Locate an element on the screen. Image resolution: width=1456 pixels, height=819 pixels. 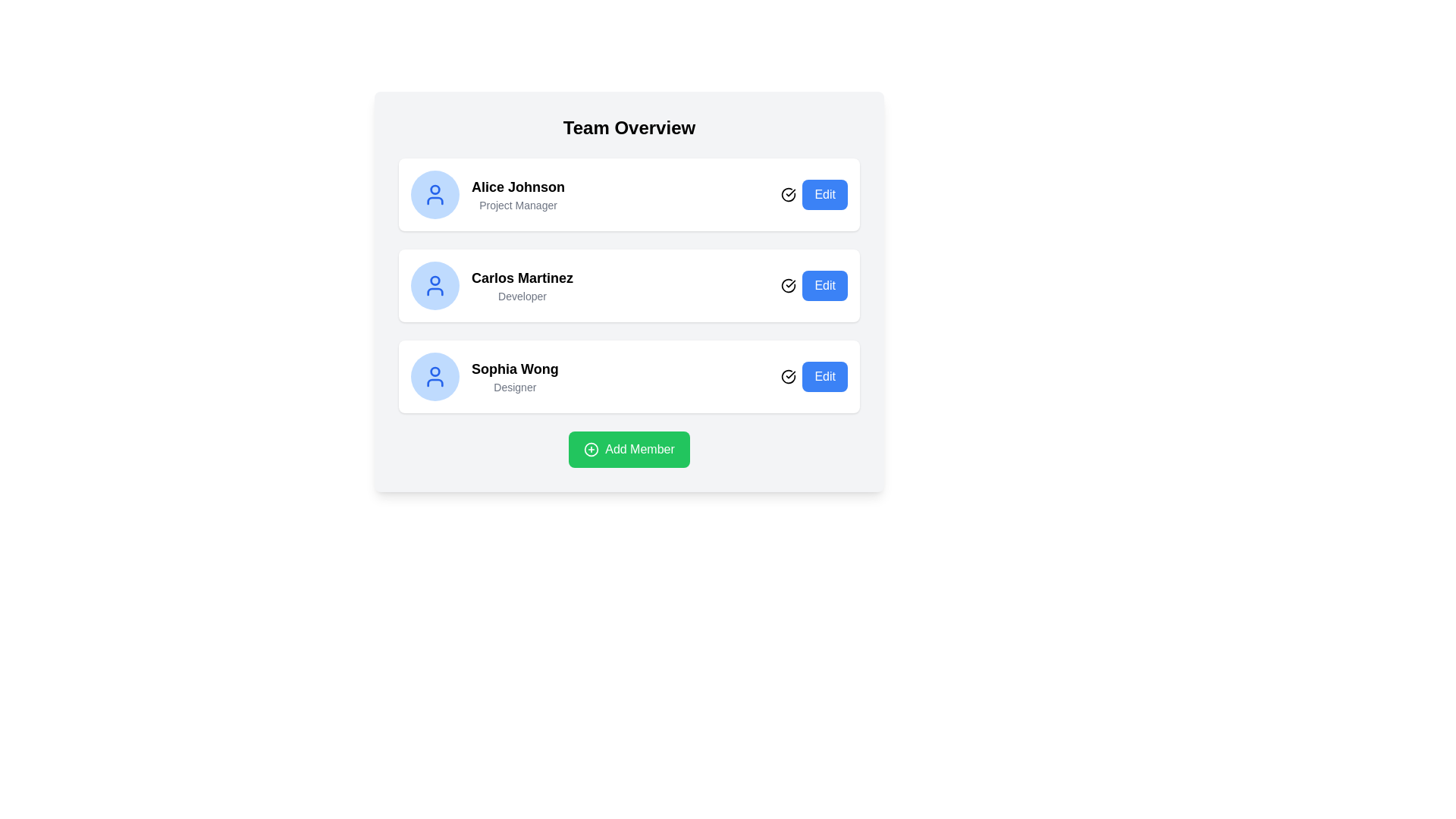
the button located on the right side of the row for user 'Alice Johnson' to initiate the editing action is located at coordinates (814, 194).